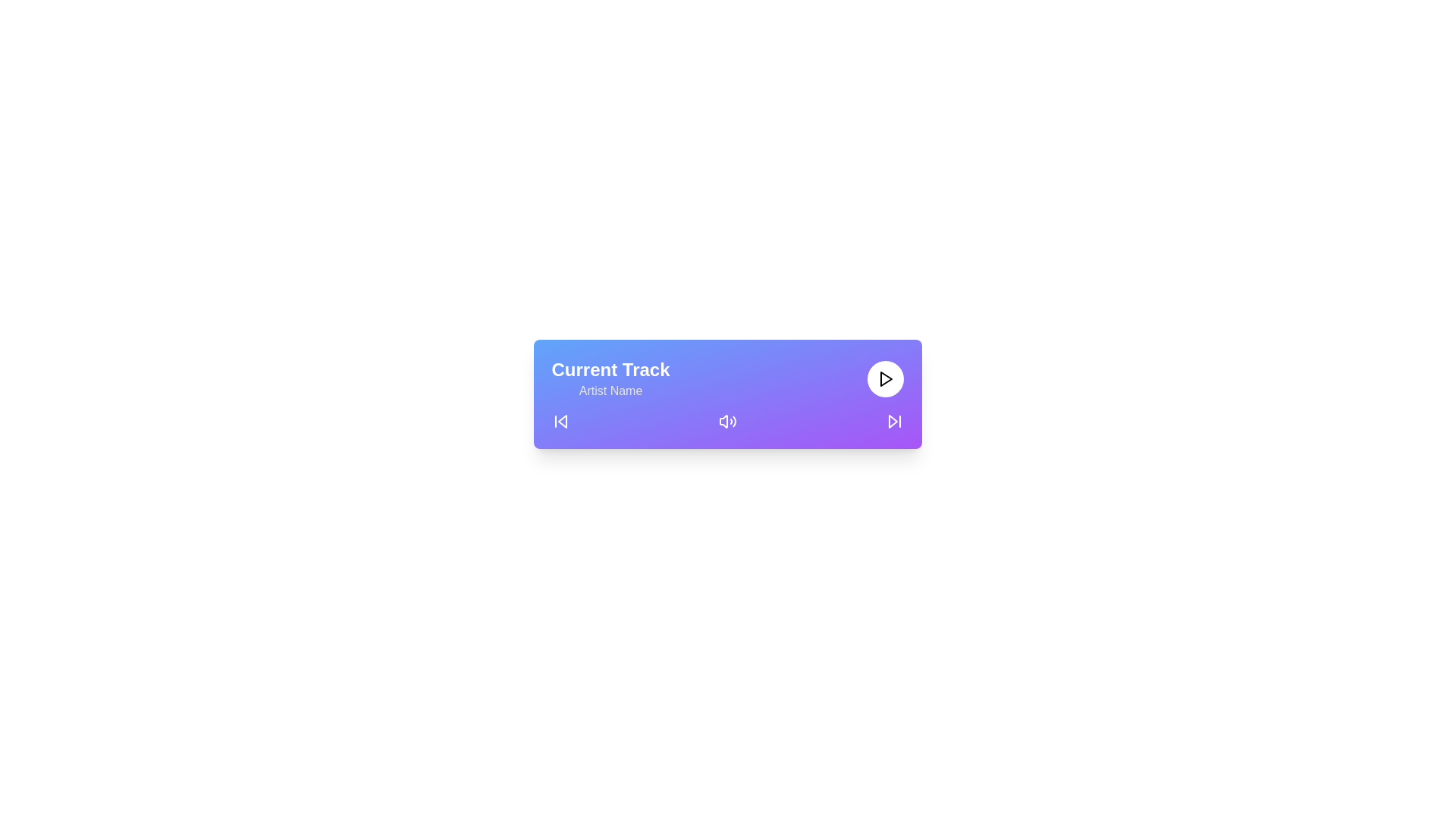 The image size is (1456, 819). What do you see at coordinates (610, 370) in the screenshot?
I see `the label indicating the currently playing track in the music player interface, located above the 'Artist Name' text element` at bounding box center [610, 370].